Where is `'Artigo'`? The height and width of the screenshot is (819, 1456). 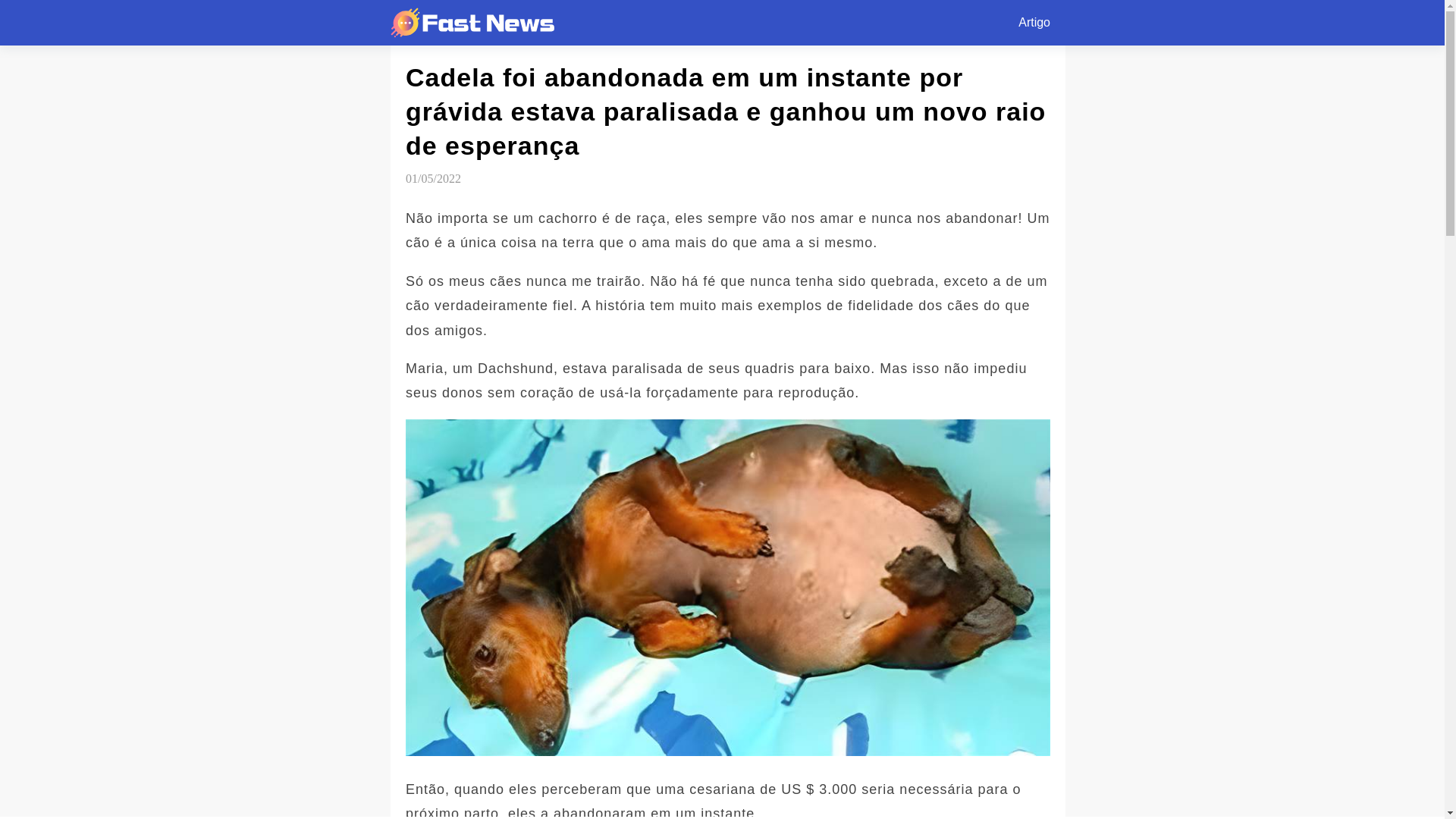
'Artigo' is located at coordinates (1033, 23).